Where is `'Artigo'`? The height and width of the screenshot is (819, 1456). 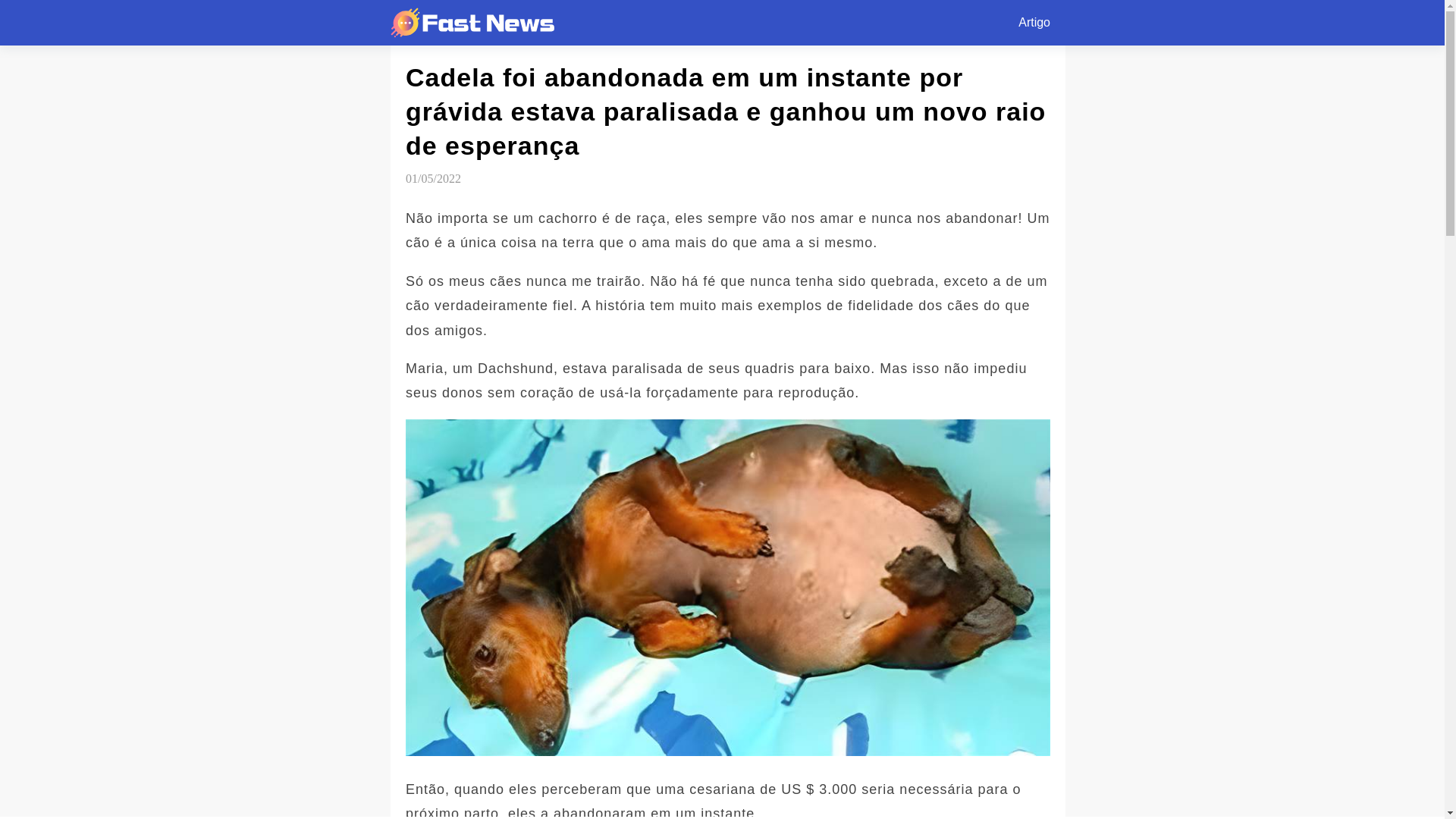
'Artigo' is located at coordinates (1033, 23).